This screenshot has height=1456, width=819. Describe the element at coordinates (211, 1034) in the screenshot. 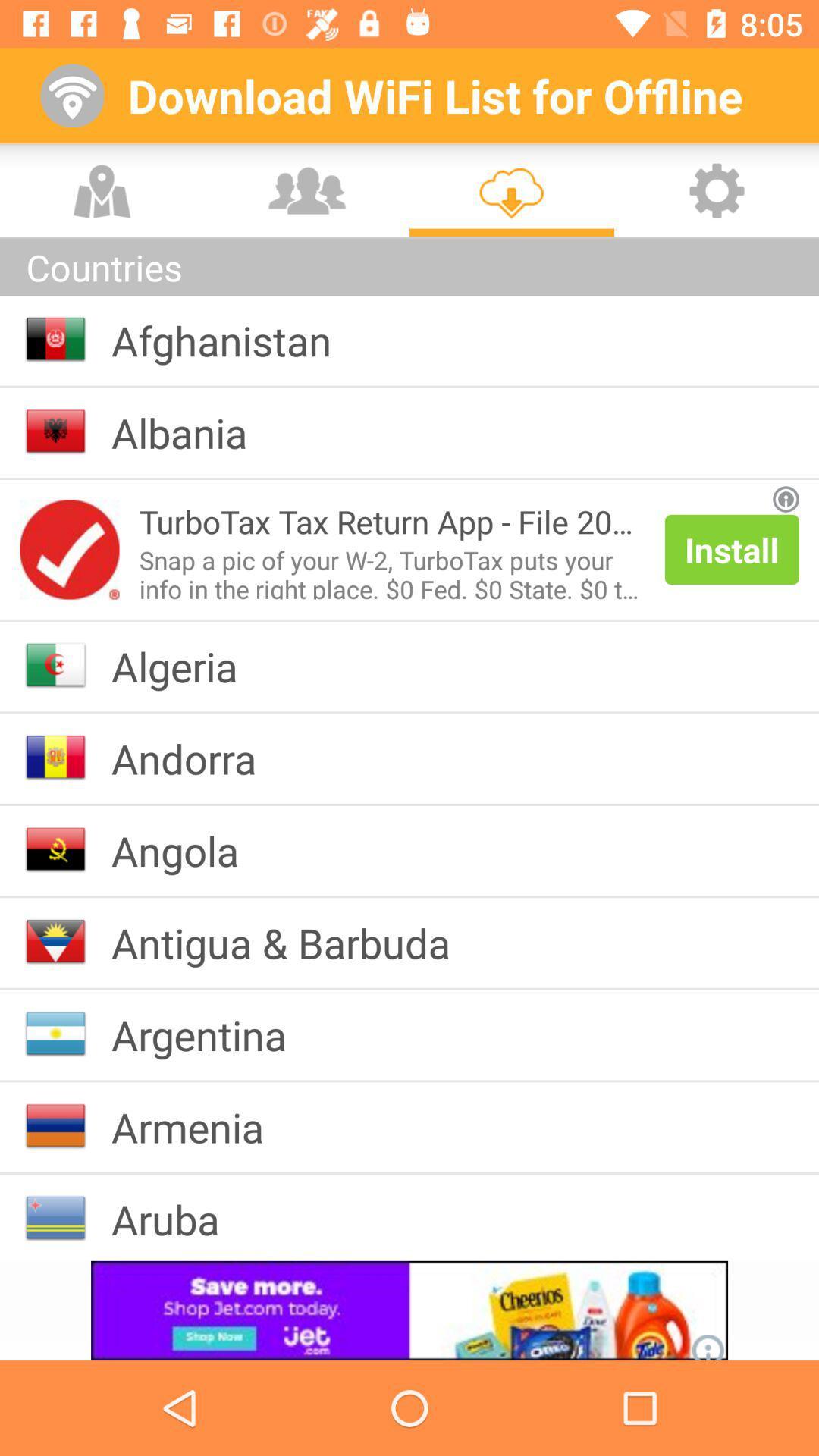

I see `argentina app` at that location.